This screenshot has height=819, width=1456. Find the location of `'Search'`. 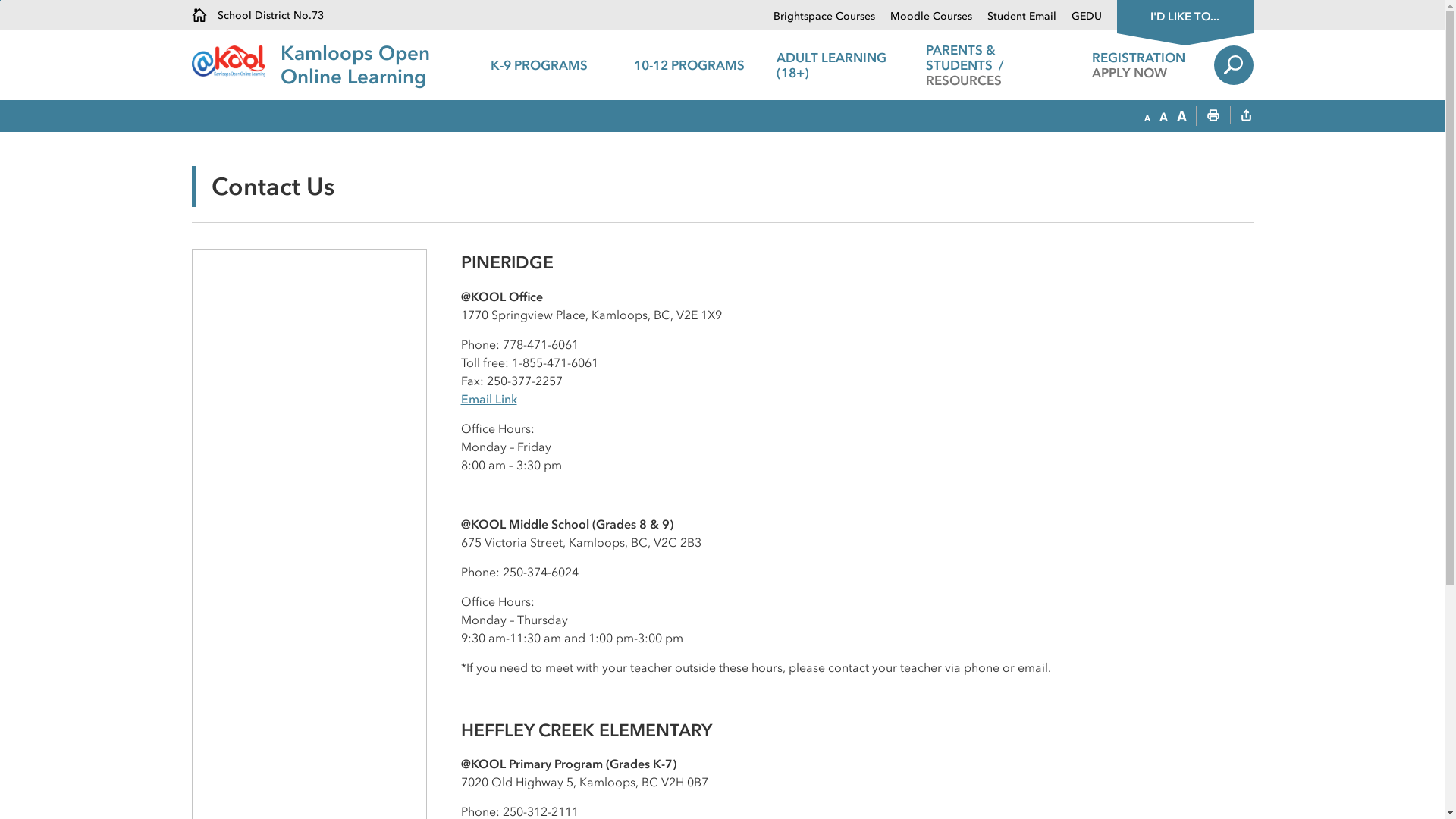

'Search' is located at coordinates (1212, 64).